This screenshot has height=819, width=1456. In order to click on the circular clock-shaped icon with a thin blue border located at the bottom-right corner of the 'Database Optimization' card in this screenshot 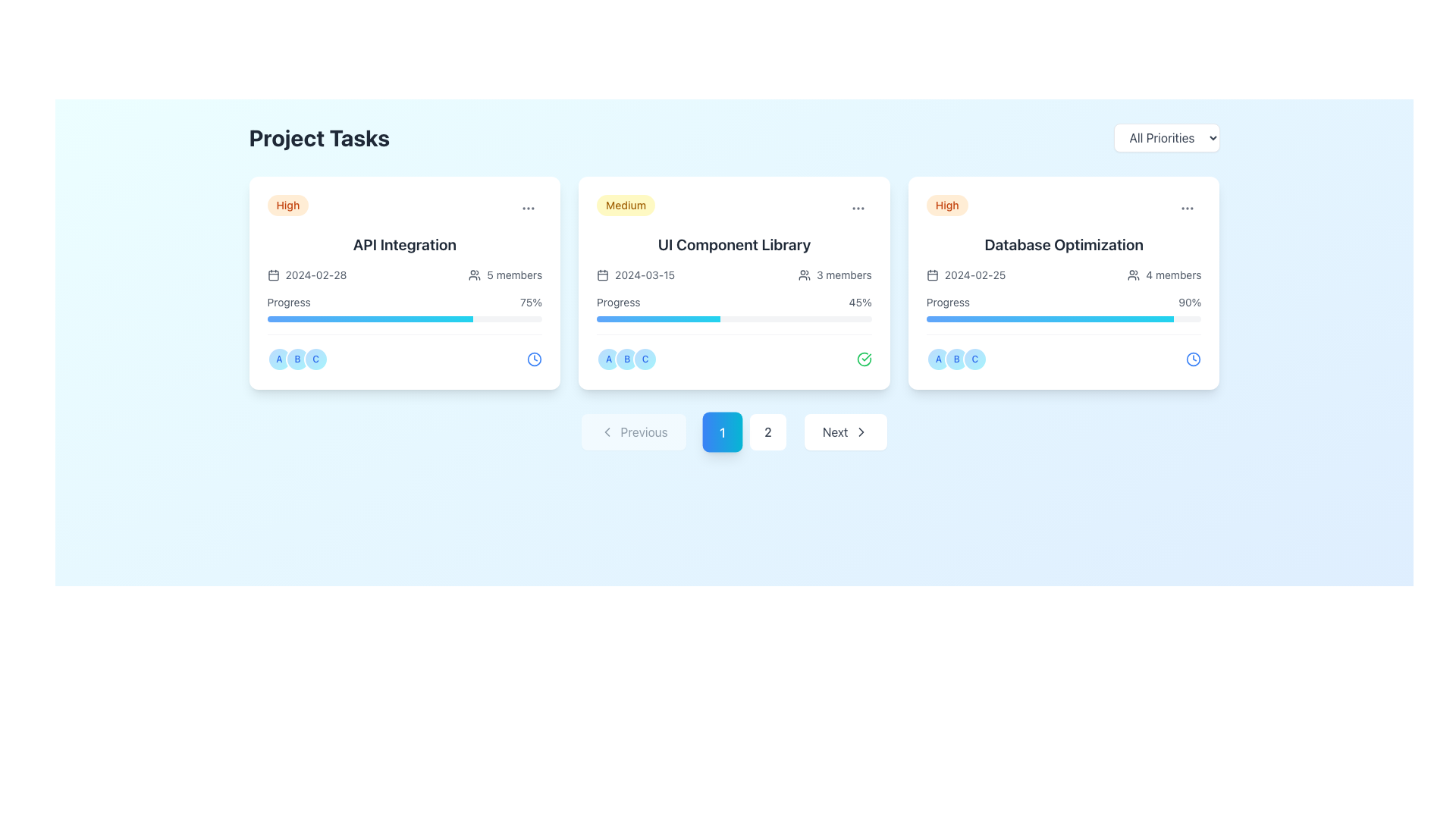, I will do `click(1193, 359)`.